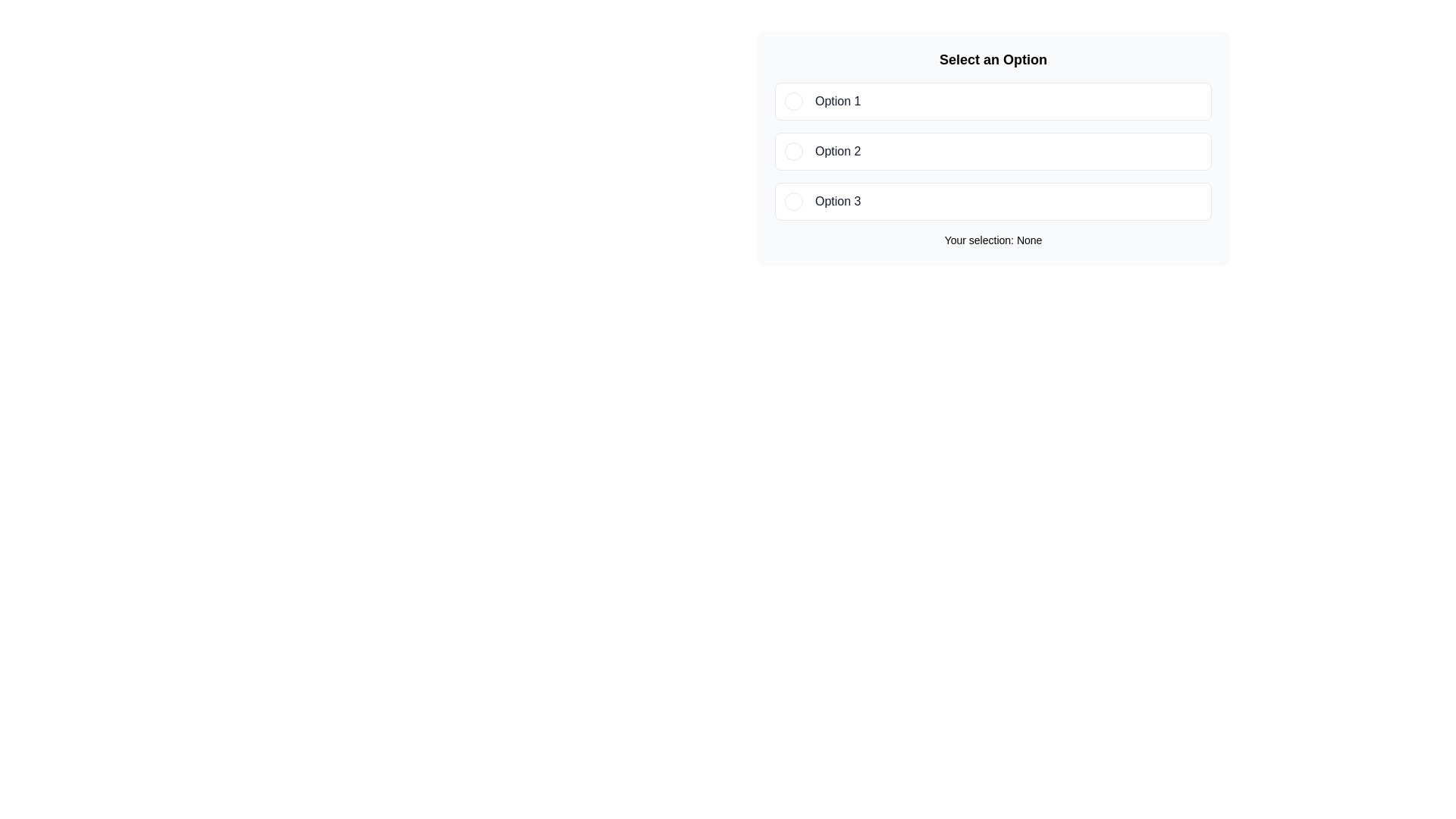 Image resolution: width=1456 pixels, height=819 pixels. What do you see at coordinates (993, 102) in the screenshot?
I see `the first selectable option button labeled 'Option 1'` at bounding box center [993, 102].